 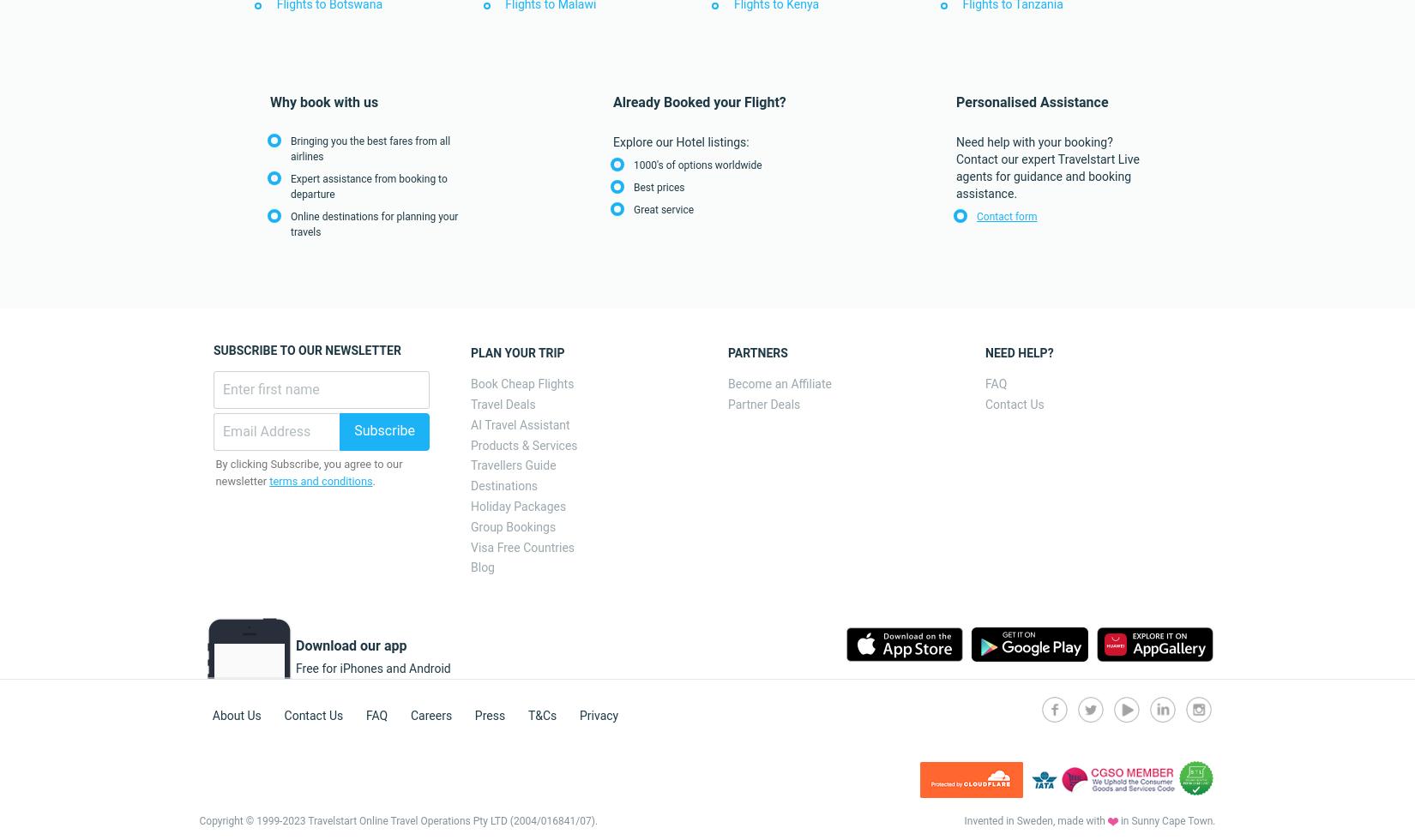 What do you see at coordinates (663, 210) in the screenshot?
I see `'Great service'` at bounding box center [663, 210].